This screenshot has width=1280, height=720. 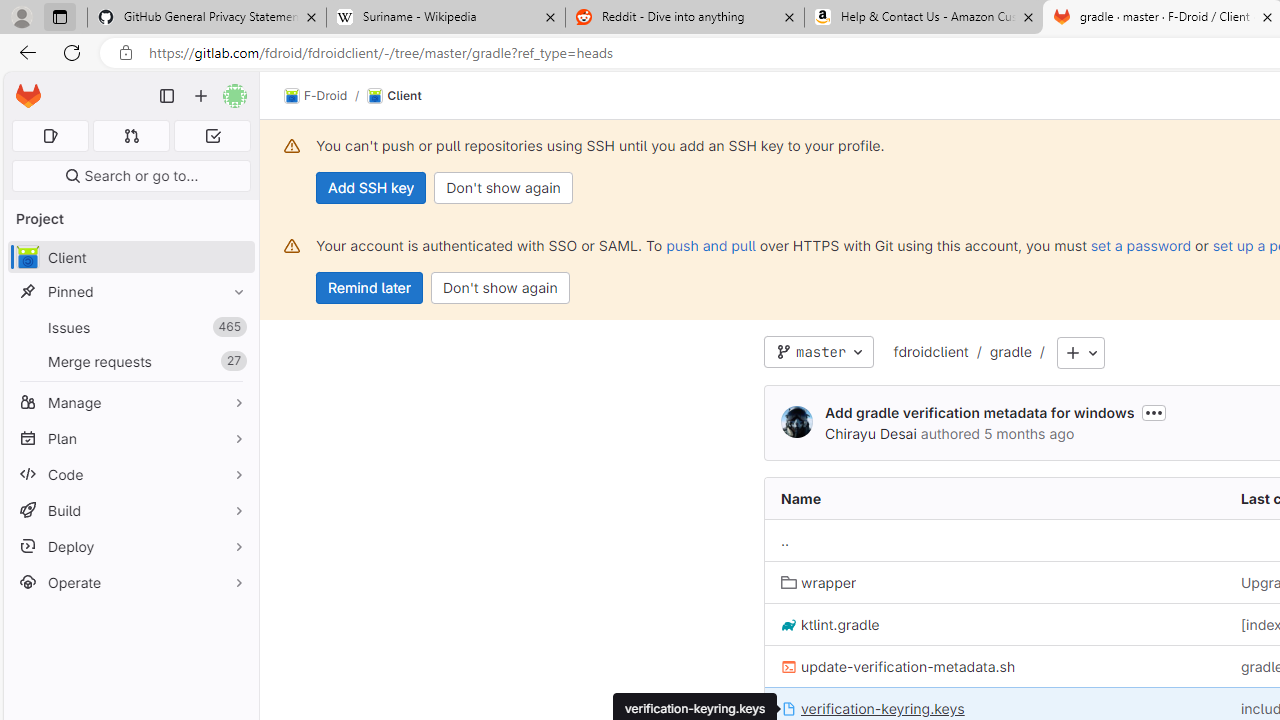 I want to click on 'Go to parent', so click(x=784, y=541).